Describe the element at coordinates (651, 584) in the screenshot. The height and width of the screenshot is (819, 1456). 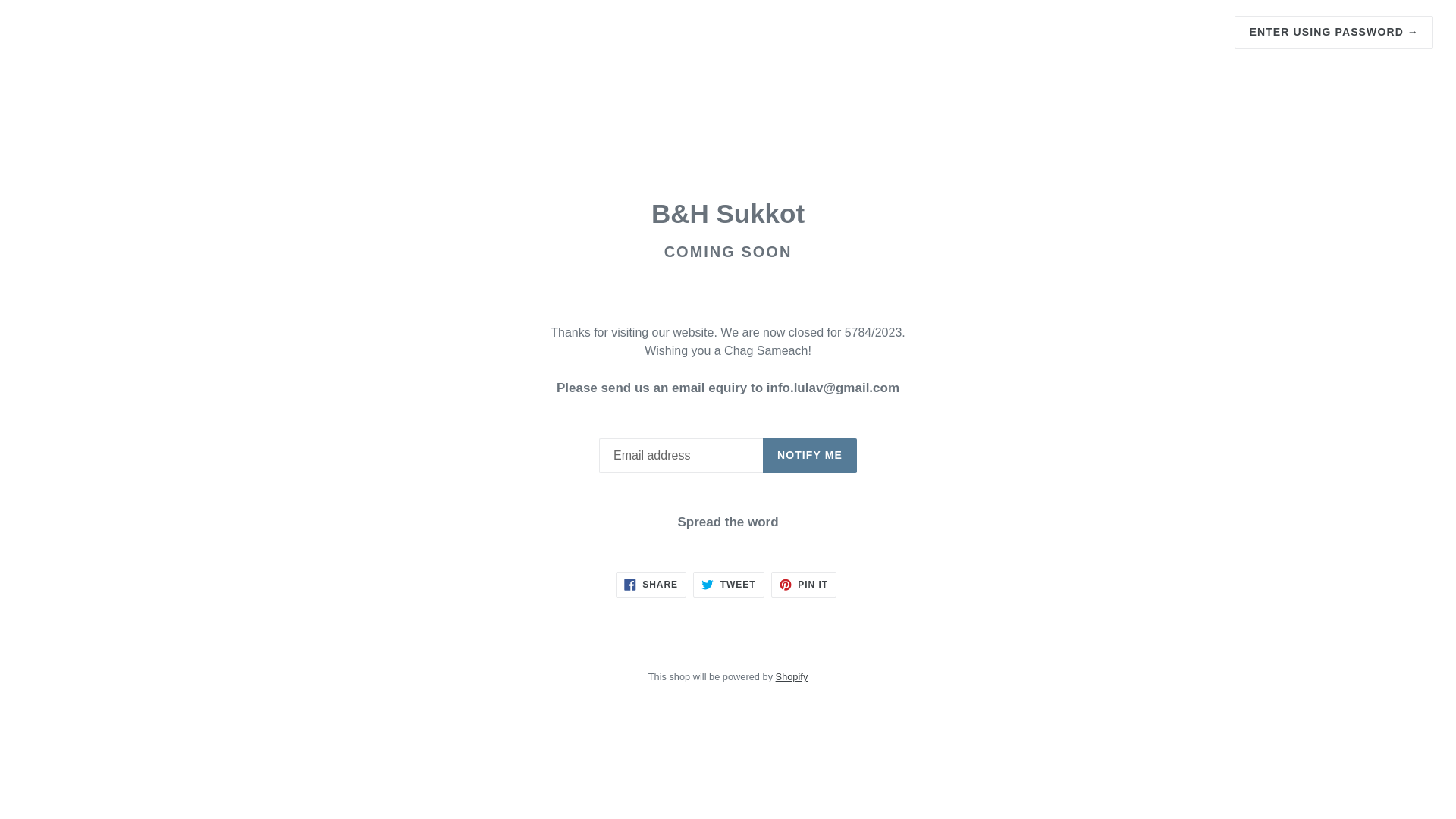
I see `'SHARE` at that location.